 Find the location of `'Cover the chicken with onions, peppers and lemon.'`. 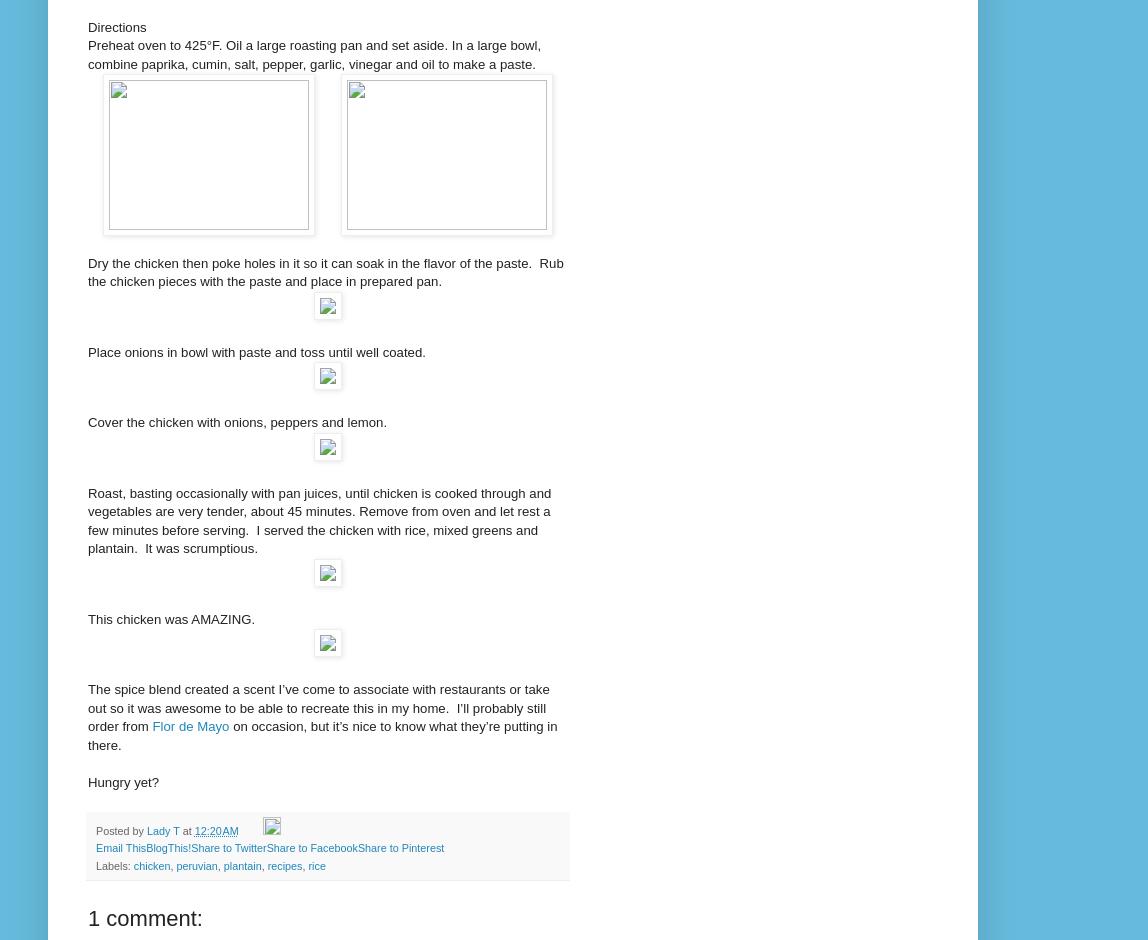

'Cover the chicken with onions, peppers and lemon.' is located at coordinates (239, 422).